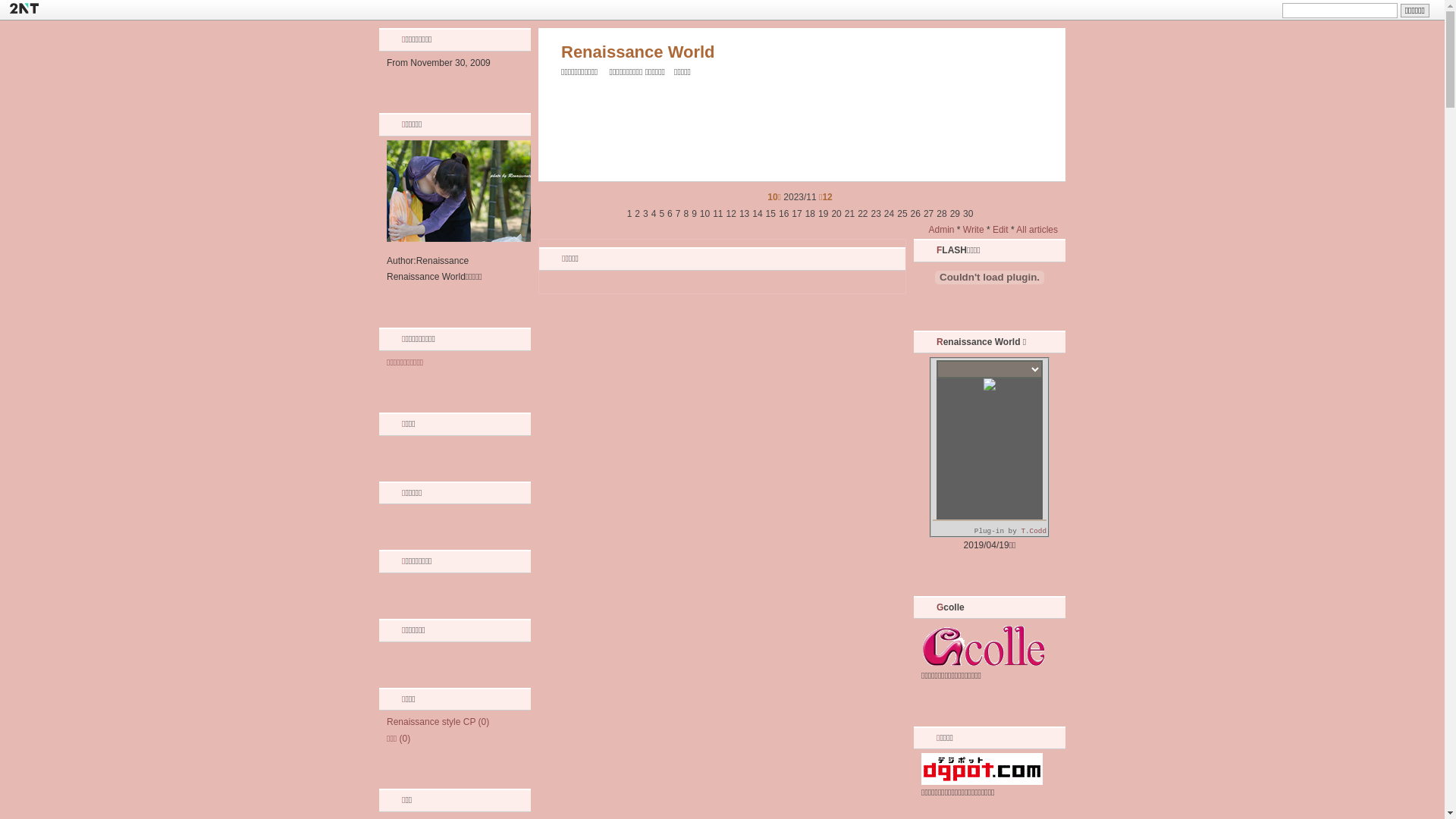 The height and width of the screenshot is (819, 1456). What do you see at coordinates (1036, 230) in the screenshot?
I see `'All articles'` at bounding box center [1036, 230].